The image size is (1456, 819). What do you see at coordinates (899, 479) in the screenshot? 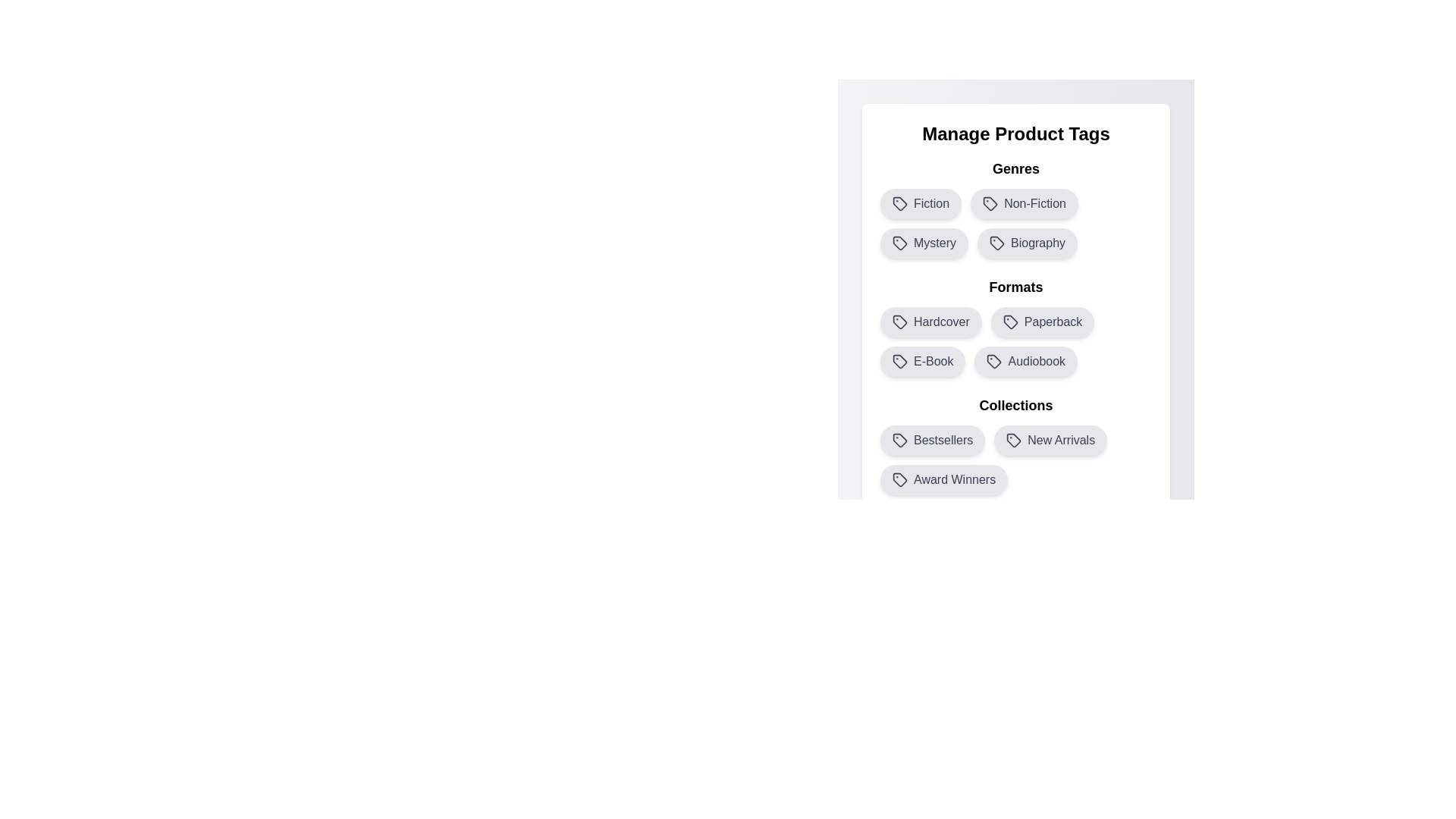
I see `the tag icon located in the collections category, which is below the 'Bestsellers' and 'New Arrivals' tags, and to the left of the 'Award Winners' label` at bounding box center [899, 479].